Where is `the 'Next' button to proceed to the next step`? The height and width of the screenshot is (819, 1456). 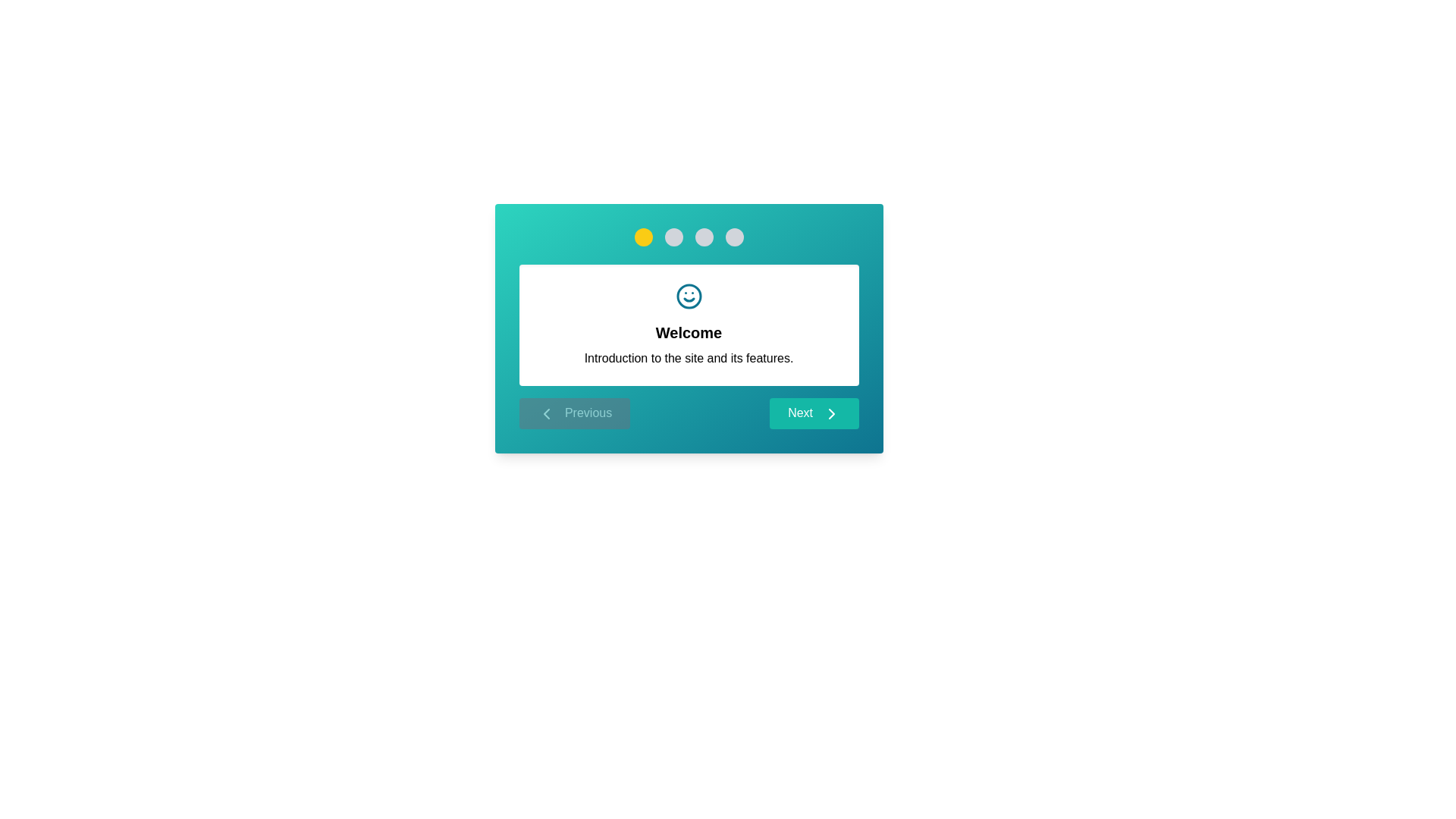
the 'Next' button to proceed to the next step is located at coordinates (813, 413).